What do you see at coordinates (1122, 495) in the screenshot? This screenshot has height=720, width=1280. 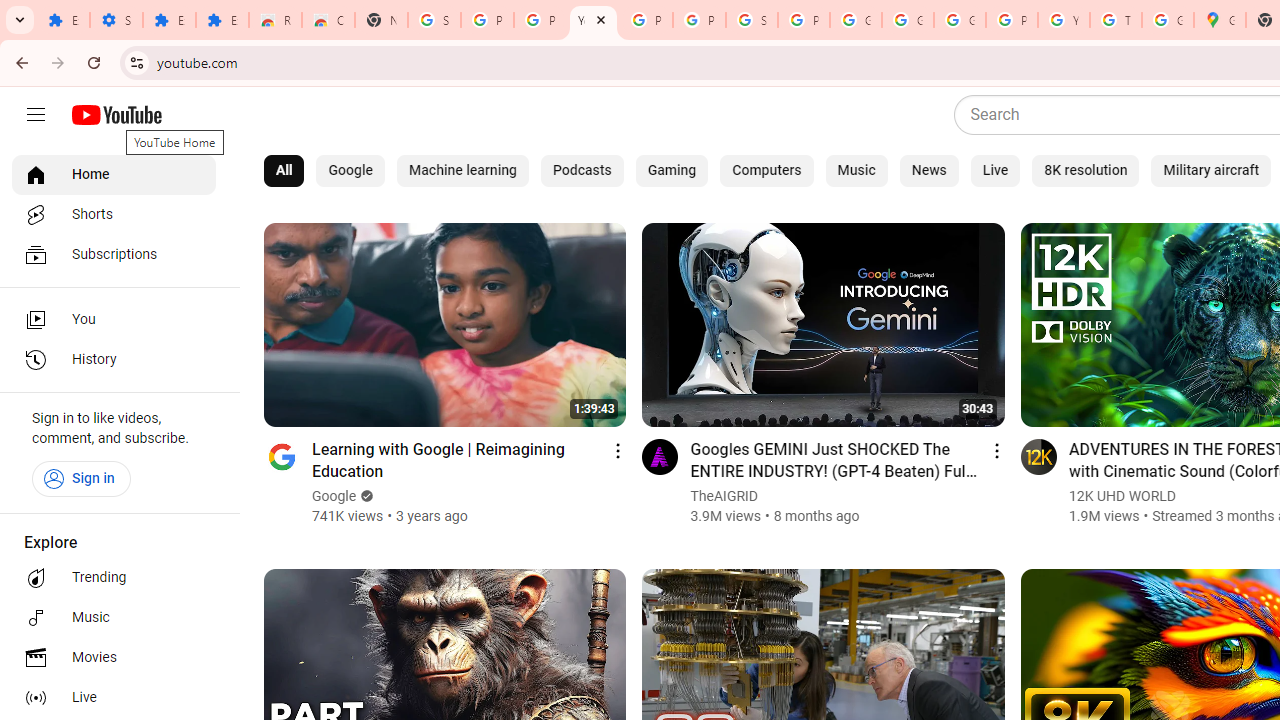 I see `'12K UHD WORLD'` at bounding box center [1122, 495].